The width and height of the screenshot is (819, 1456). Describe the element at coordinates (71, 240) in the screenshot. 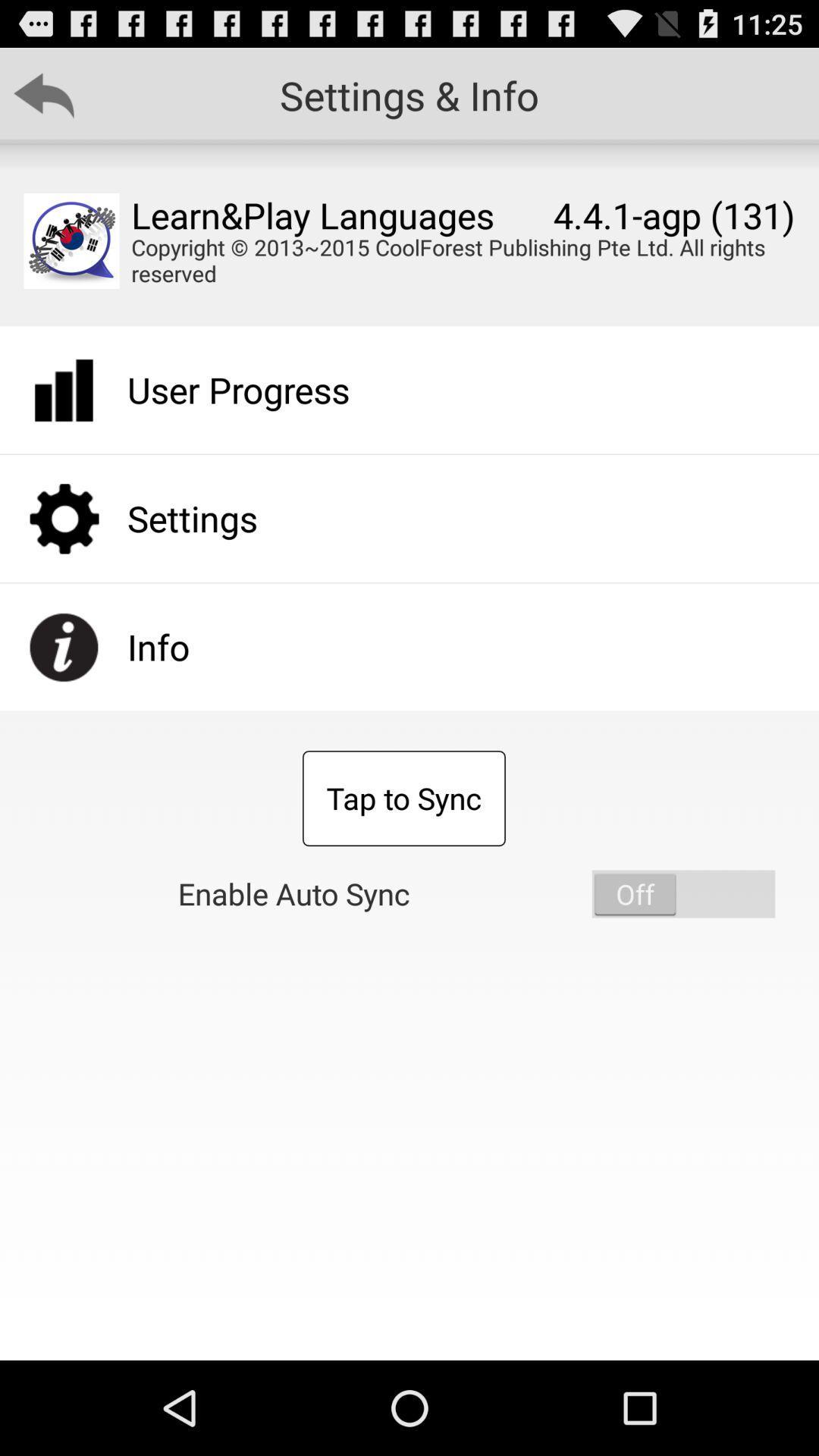

I see `item to the left of learn&play languages icon` at that location.